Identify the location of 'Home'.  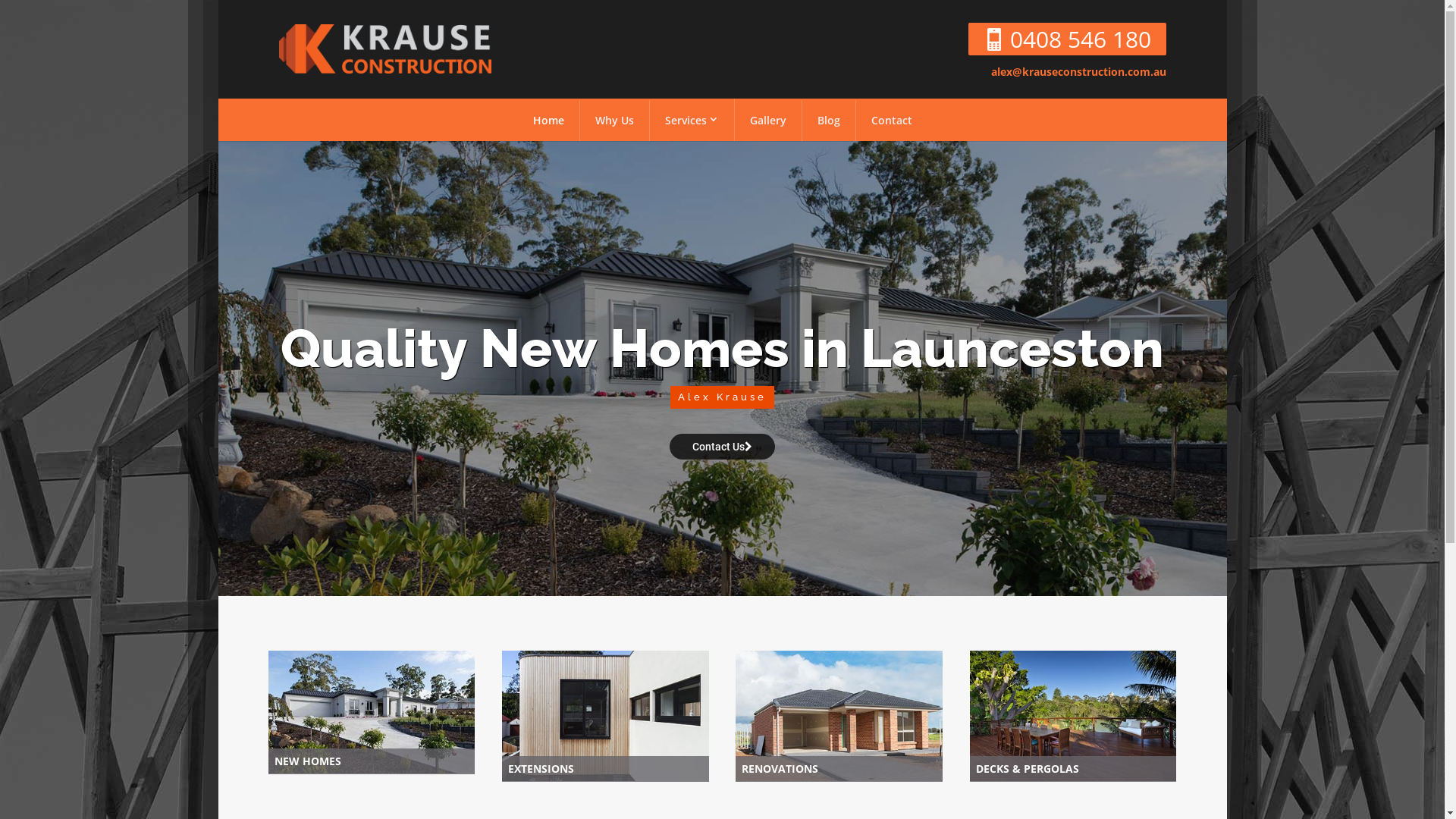
(547, 119).